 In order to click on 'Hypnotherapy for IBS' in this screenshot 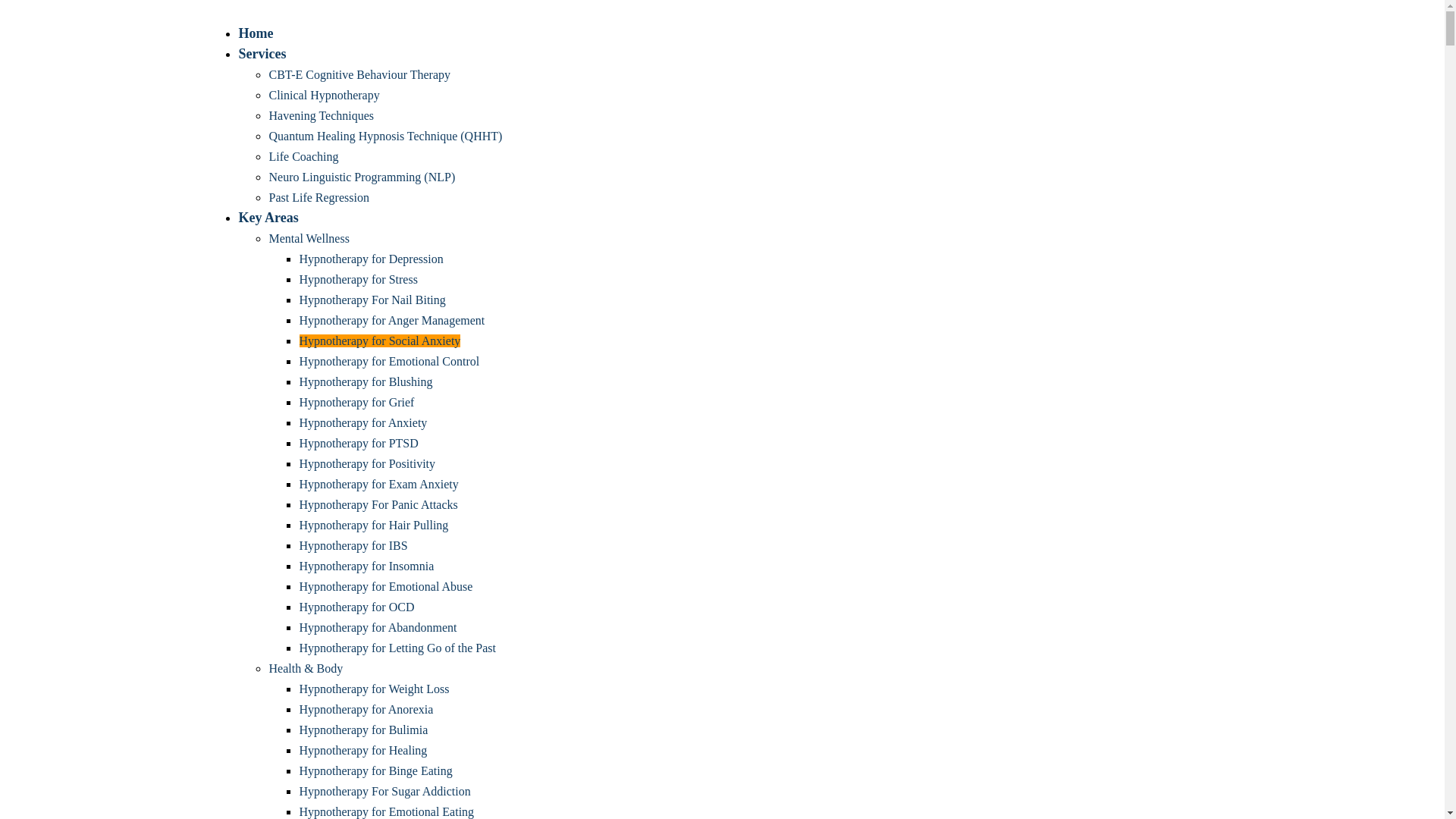, I will do `click(352, 544)`.